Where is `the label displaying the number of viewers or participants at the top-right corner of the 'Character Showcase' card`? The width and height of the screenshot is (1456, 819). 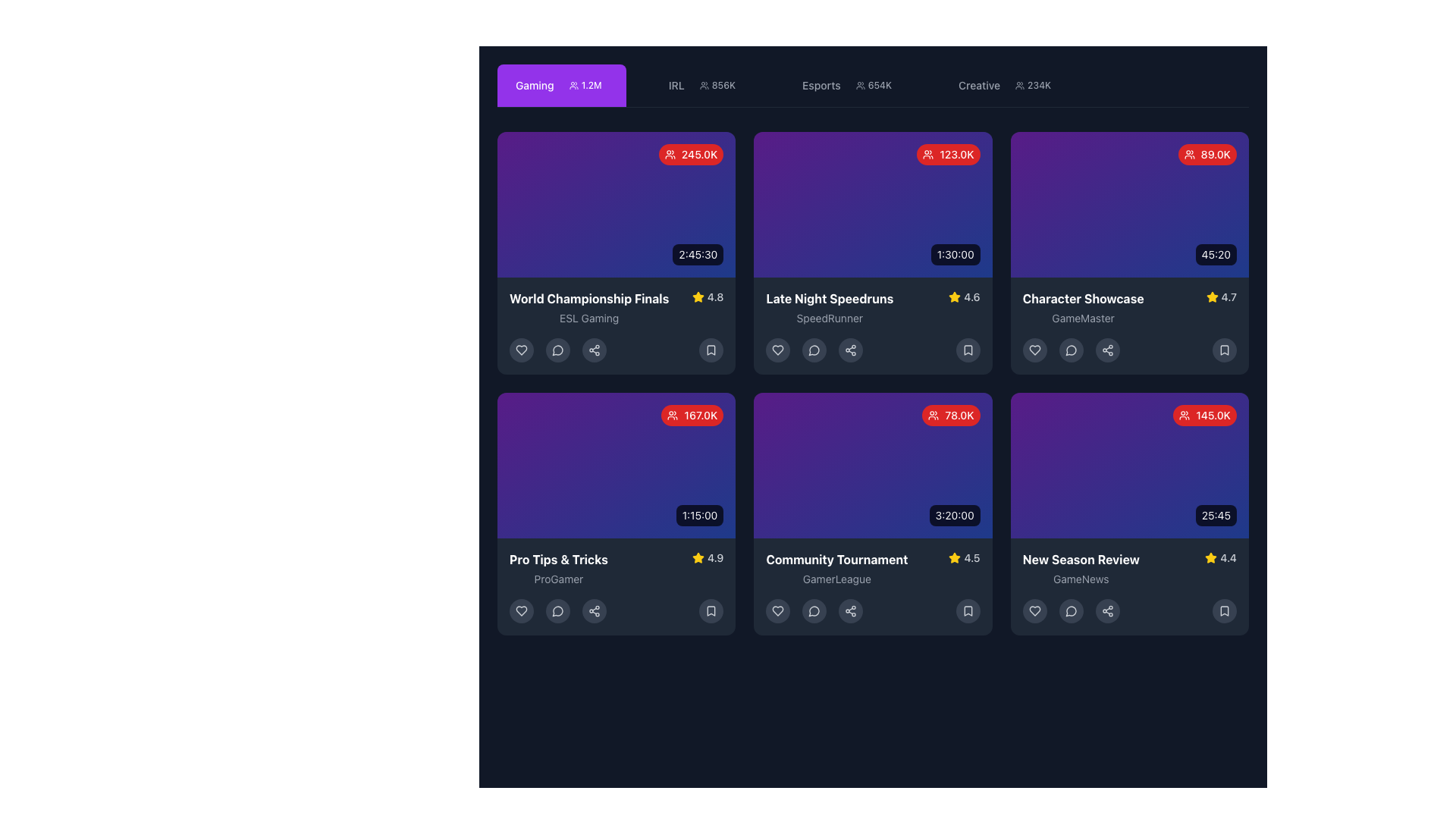
the label displaying the number of viewers or participants at the top-right corner of the 'Character Showcase' card is located at coordinates (1207, 155).